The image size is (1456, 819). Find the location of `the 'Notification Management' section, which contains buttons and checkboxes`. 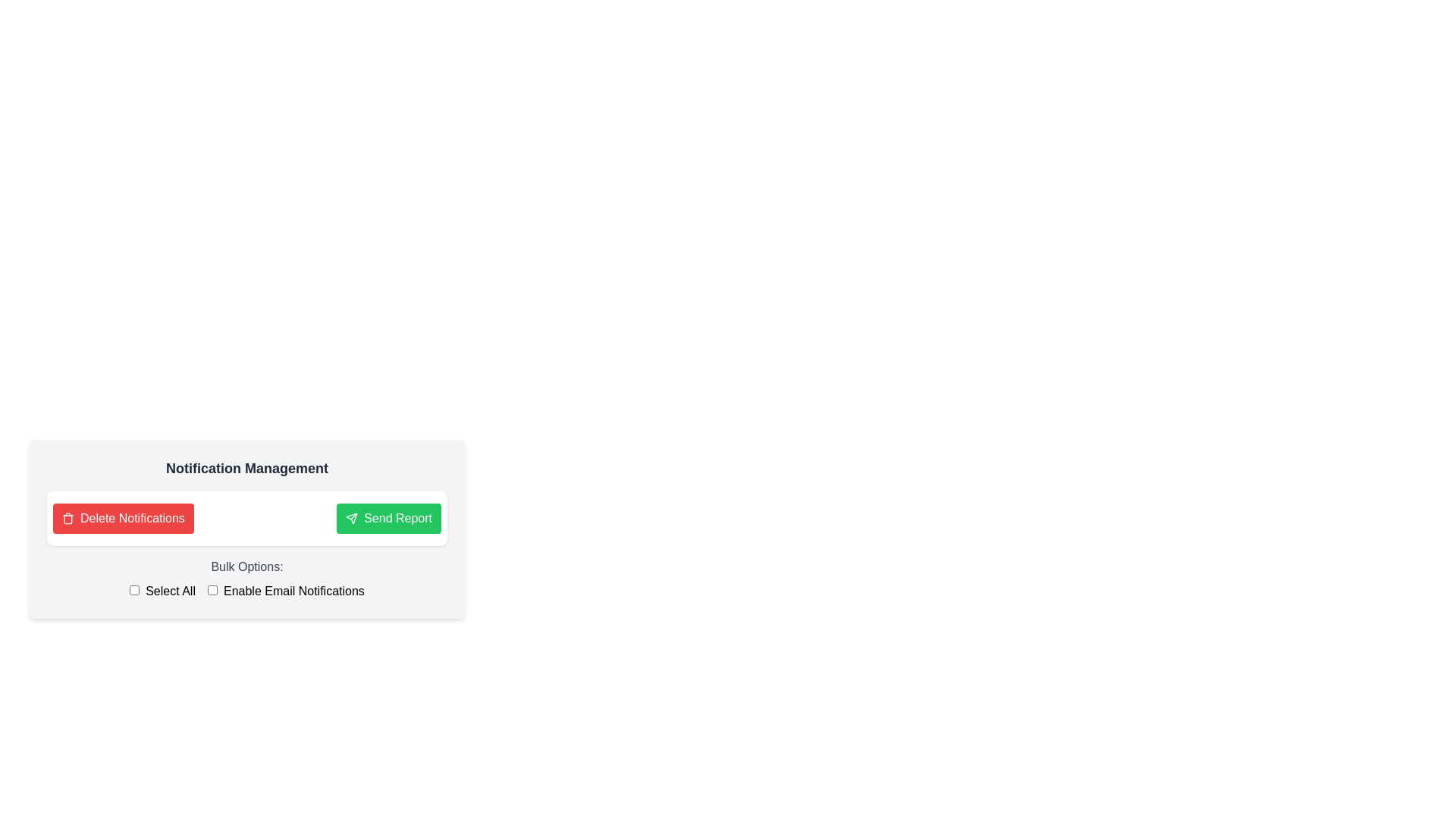

the 'Notification Management' section, which contains buttons and checkboxes is located at coordinates (345, 619).